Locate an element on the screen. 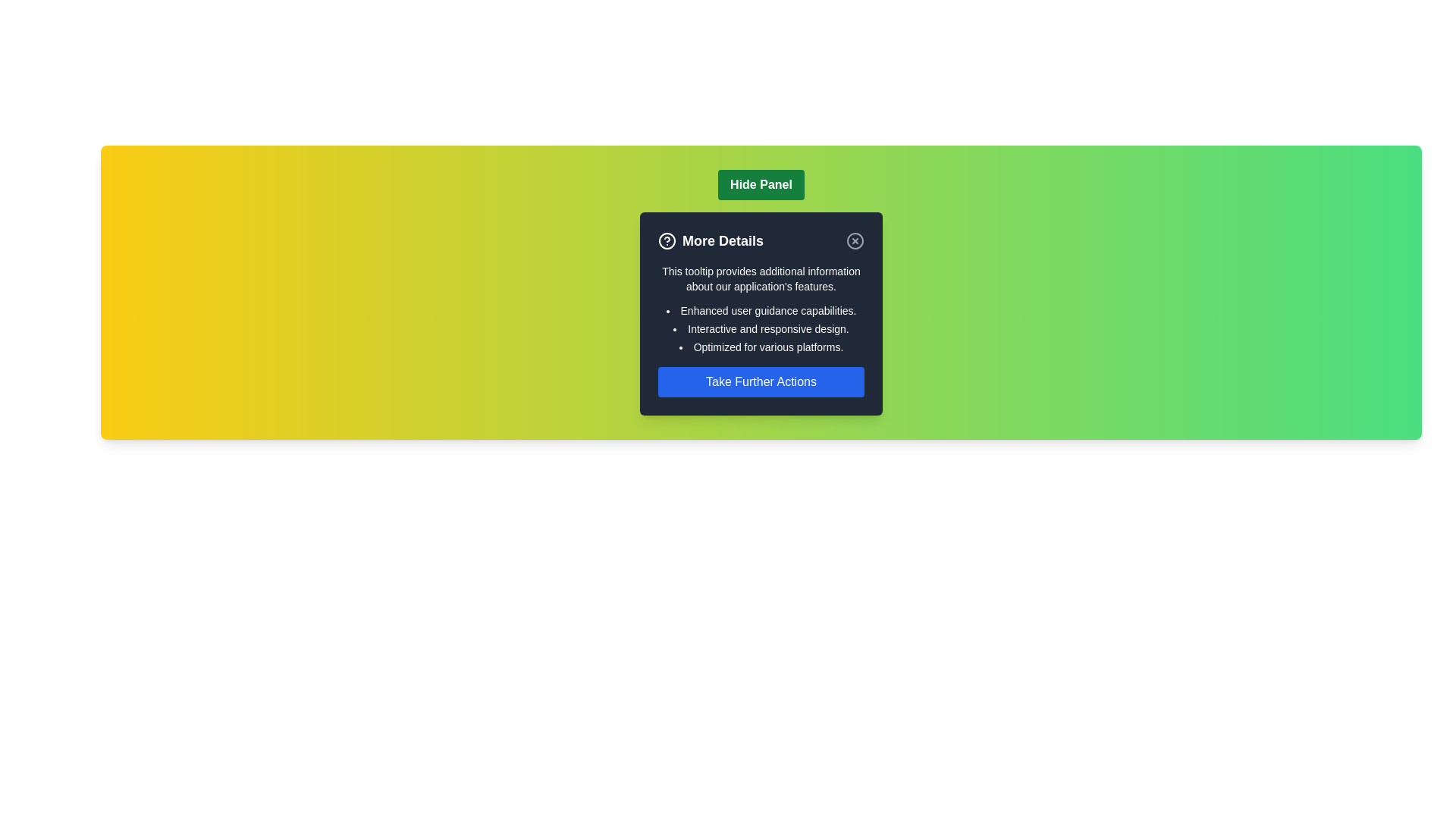 This screenshot has width=1456, height=819. the first item in the bulleted list that reads 'Enhanced user guidance capabilities.' within the tooltip-like widget is located at coordinates (761, 309).